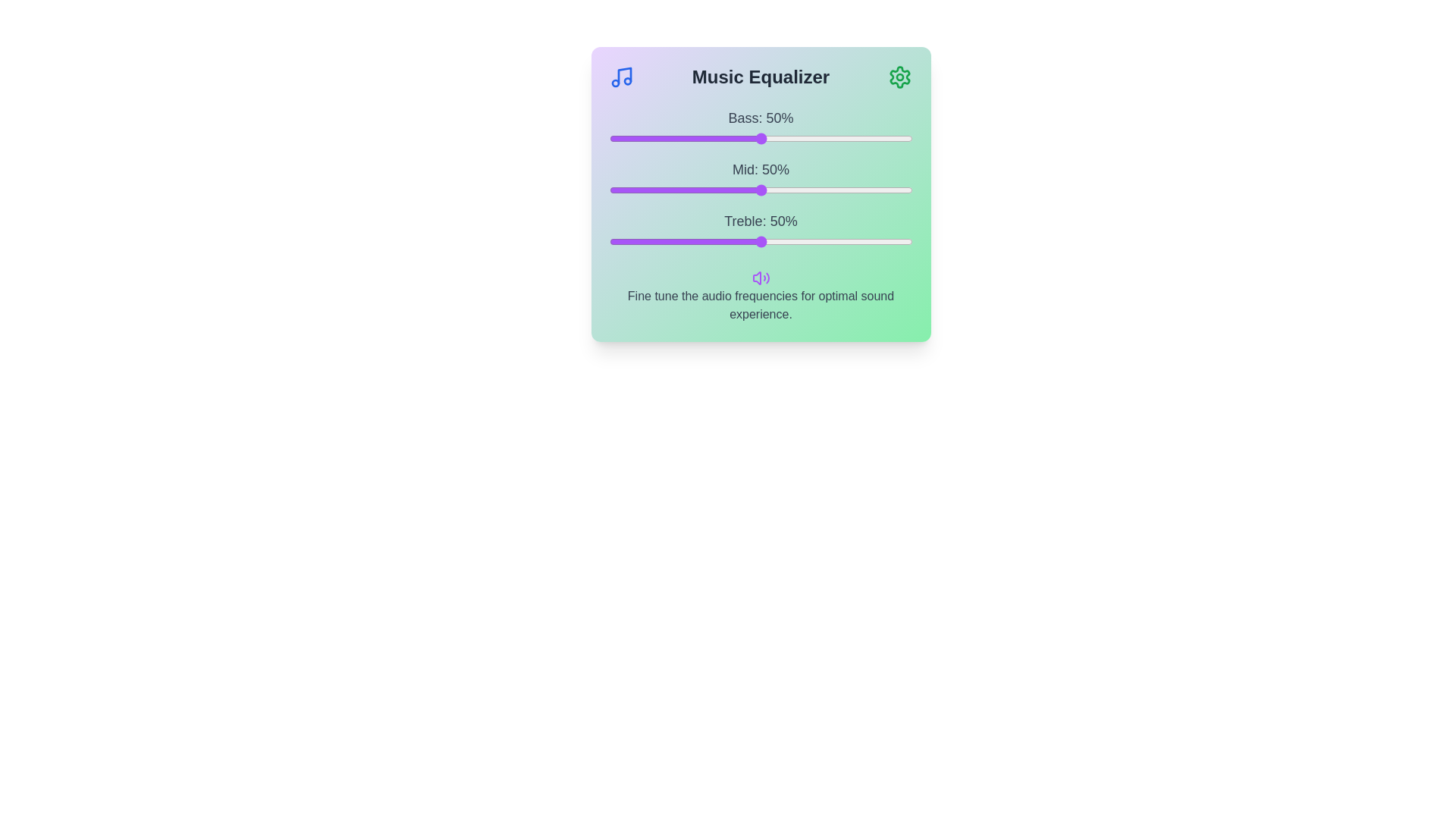  Describe the element at coordinates (888, 189) in the screenshot. I see `the mid frequency slider to 92%` at that location.